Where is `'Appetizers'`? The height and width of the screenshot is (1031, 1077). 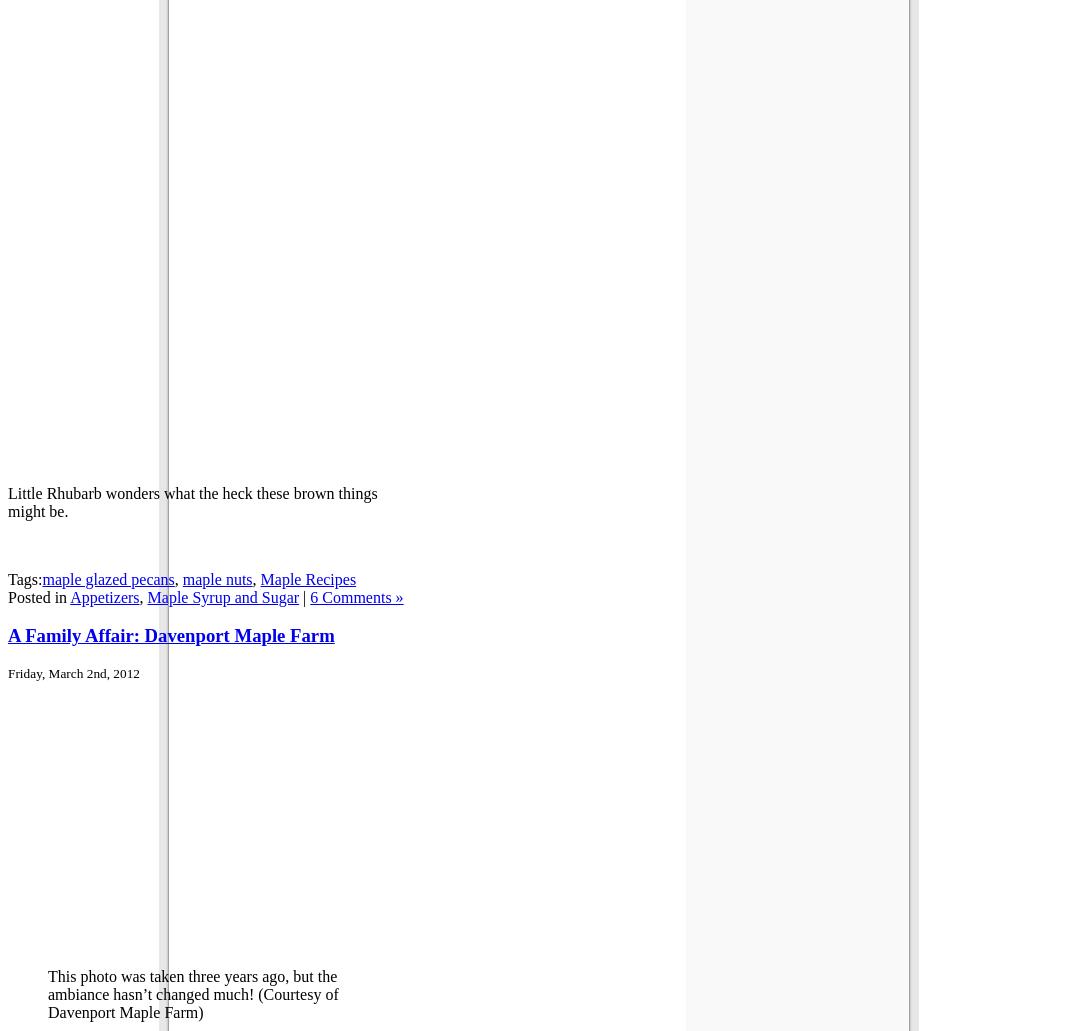 'Appetizers' is located at coordinates (103, 595).